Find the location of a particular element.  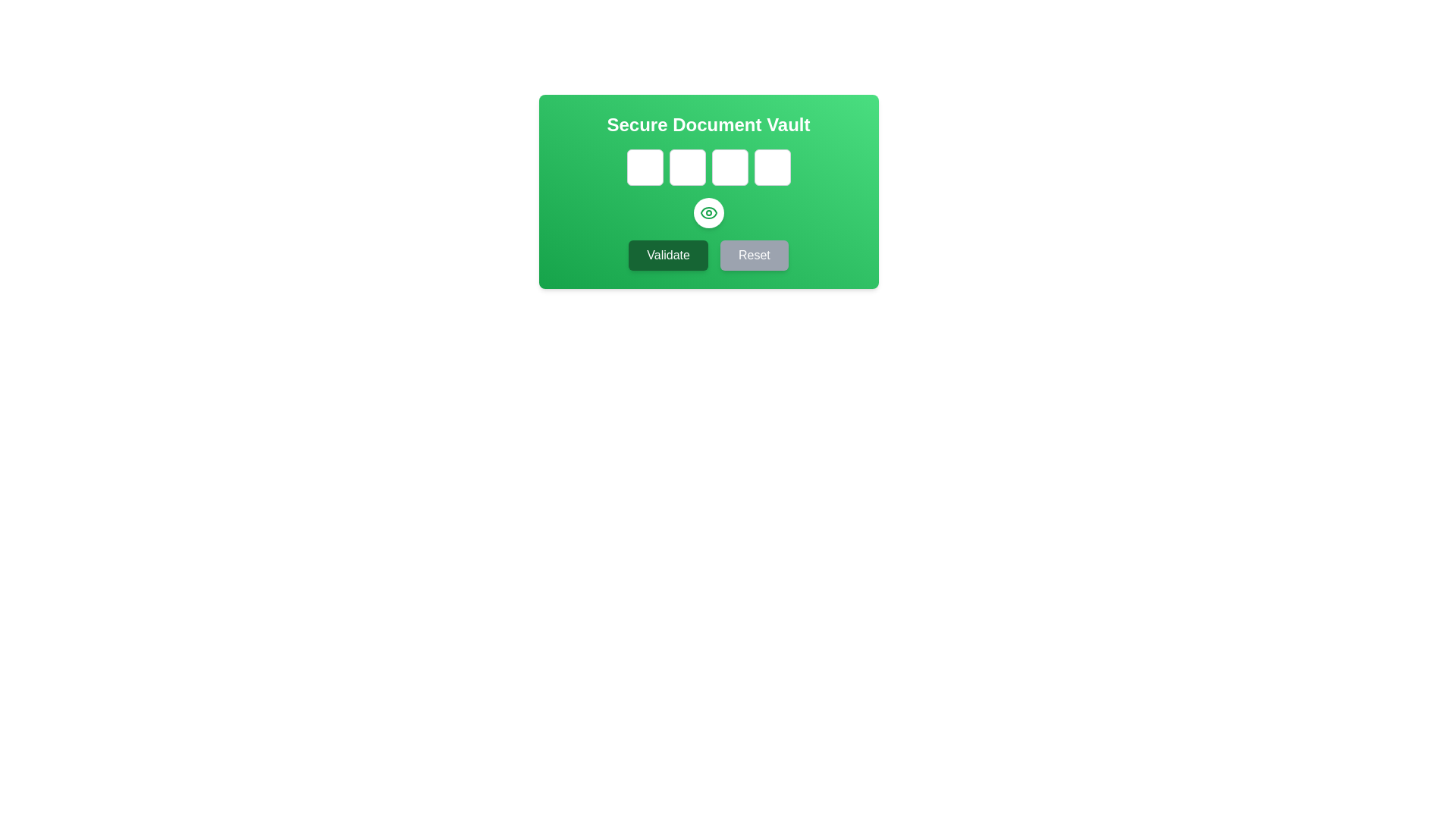

one of the four input boxes in the 'Secure Document Vault' section is located at coordinates (708, 167).